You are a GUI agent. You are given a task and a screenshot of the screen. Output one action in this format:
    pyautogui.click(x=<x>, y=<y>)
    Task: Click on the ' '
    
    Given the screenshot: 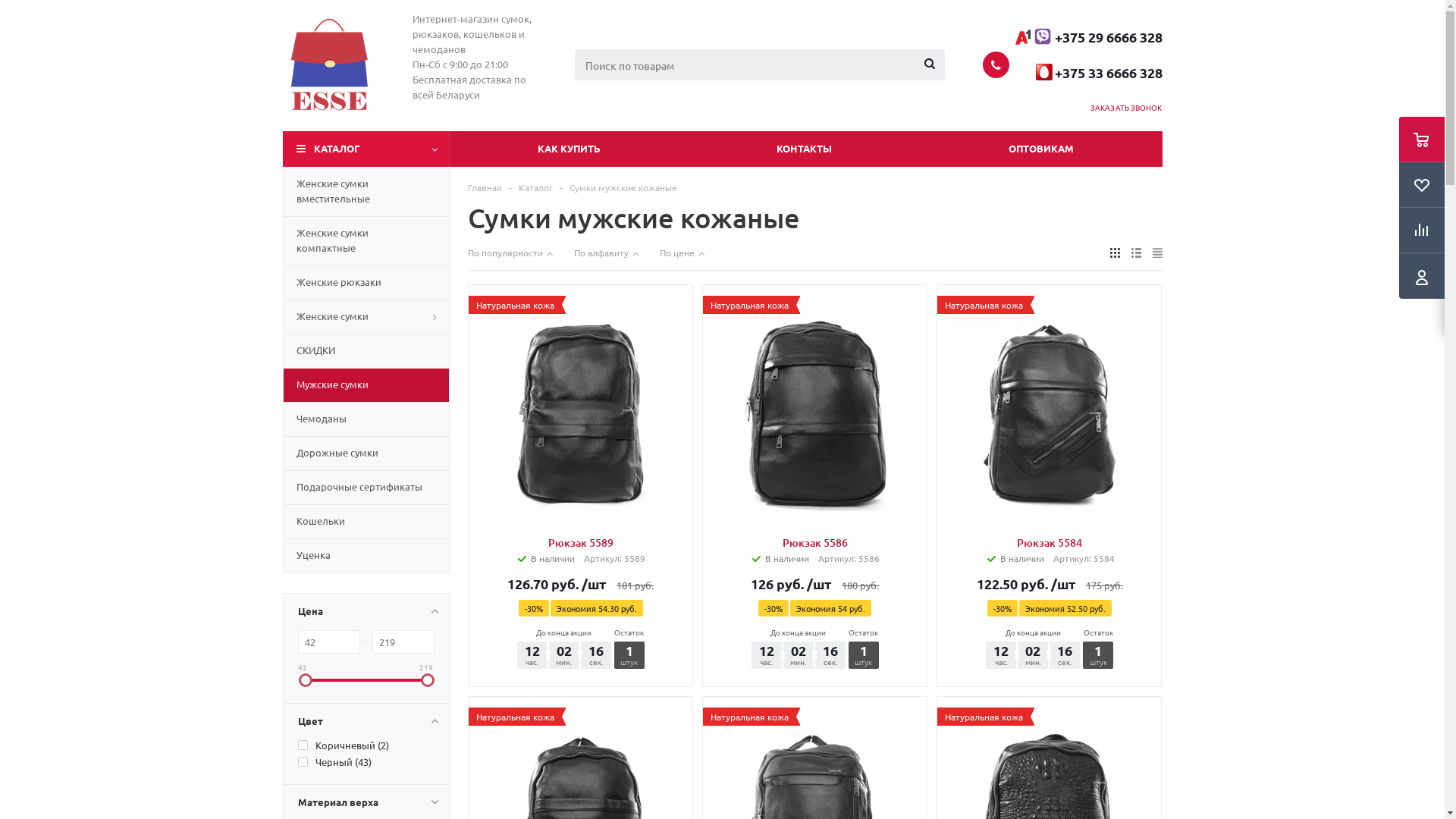 What is the action you would take?
    pyautogui.click(x=1051, y=72)
    